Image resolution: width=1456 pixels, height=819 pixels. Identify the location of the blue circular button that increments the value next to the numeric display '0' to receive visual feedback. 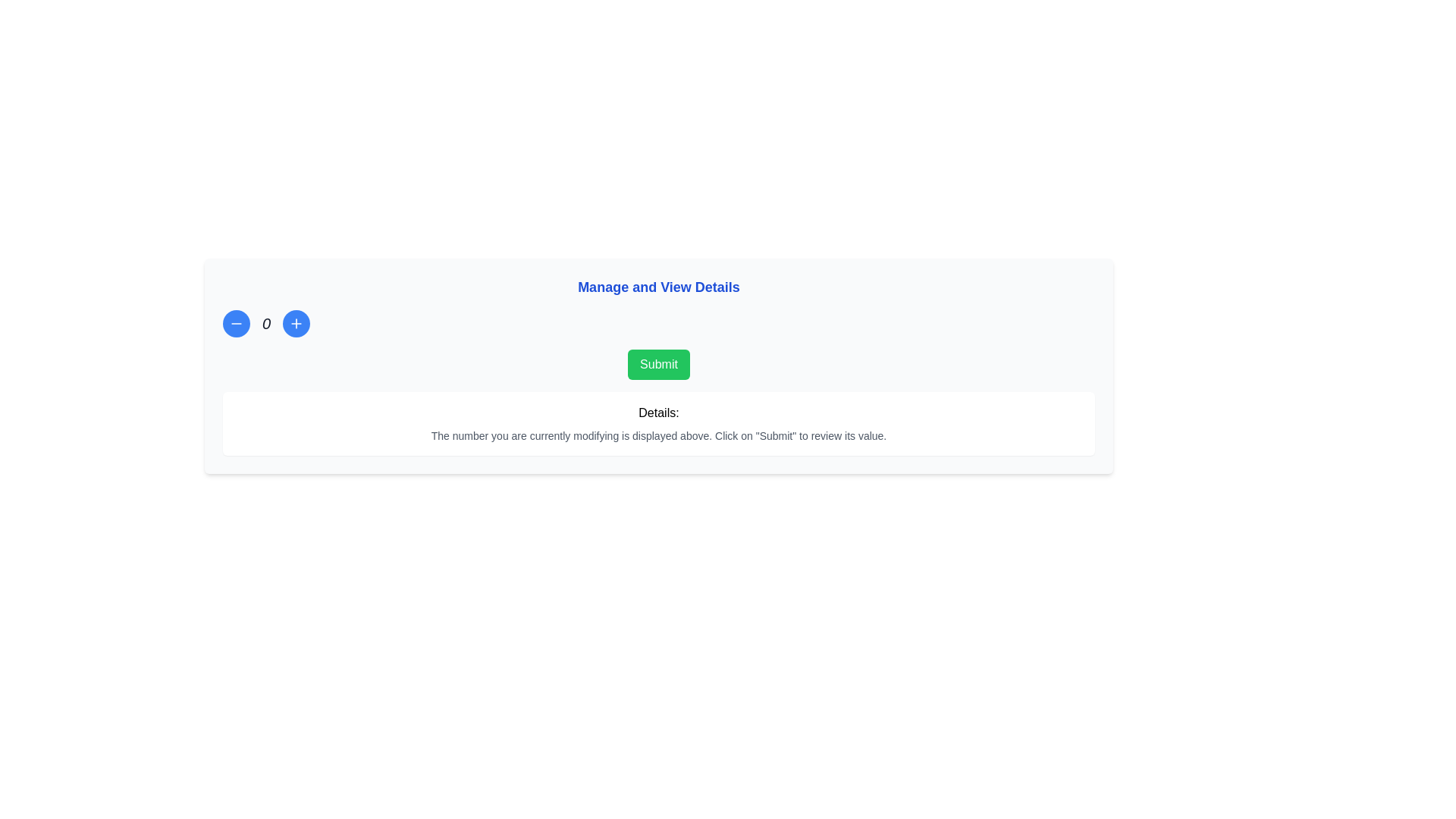
(297, 323).